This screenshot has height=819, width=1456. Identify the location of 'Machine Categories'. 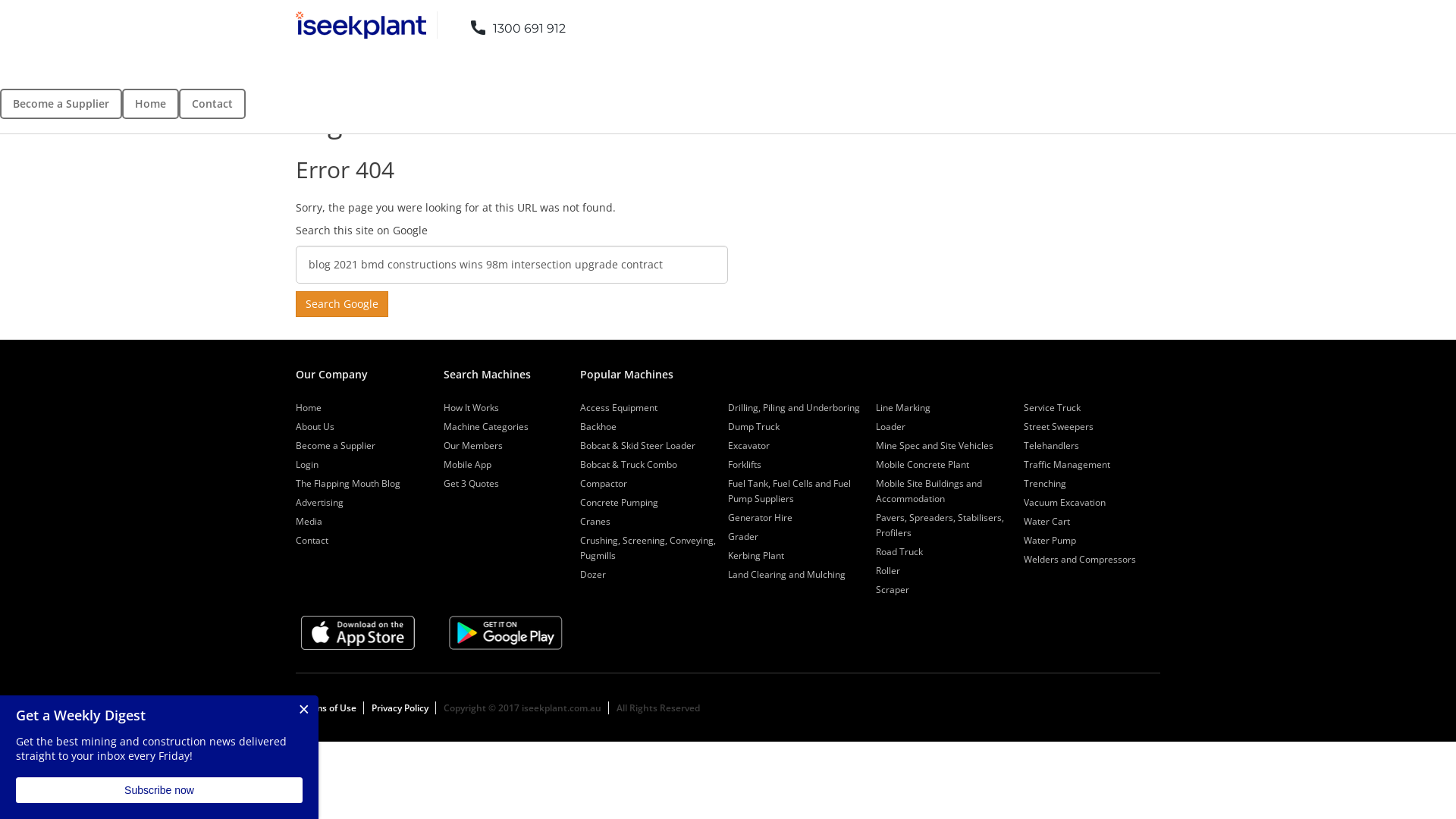
(486, 426).